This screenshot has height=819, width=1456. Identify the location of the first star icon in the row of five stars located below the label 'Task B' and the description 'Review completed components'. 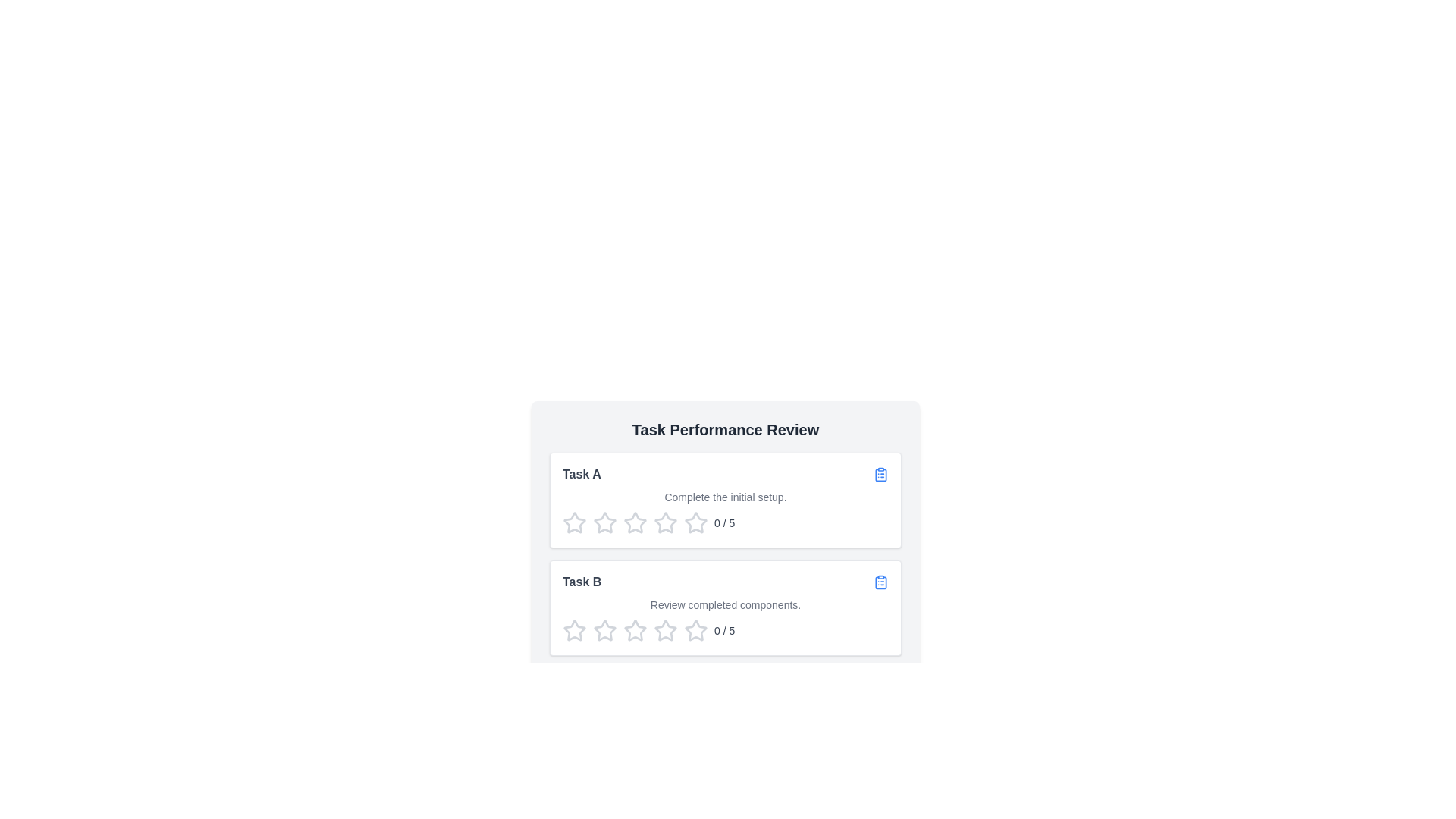
(604, 630).